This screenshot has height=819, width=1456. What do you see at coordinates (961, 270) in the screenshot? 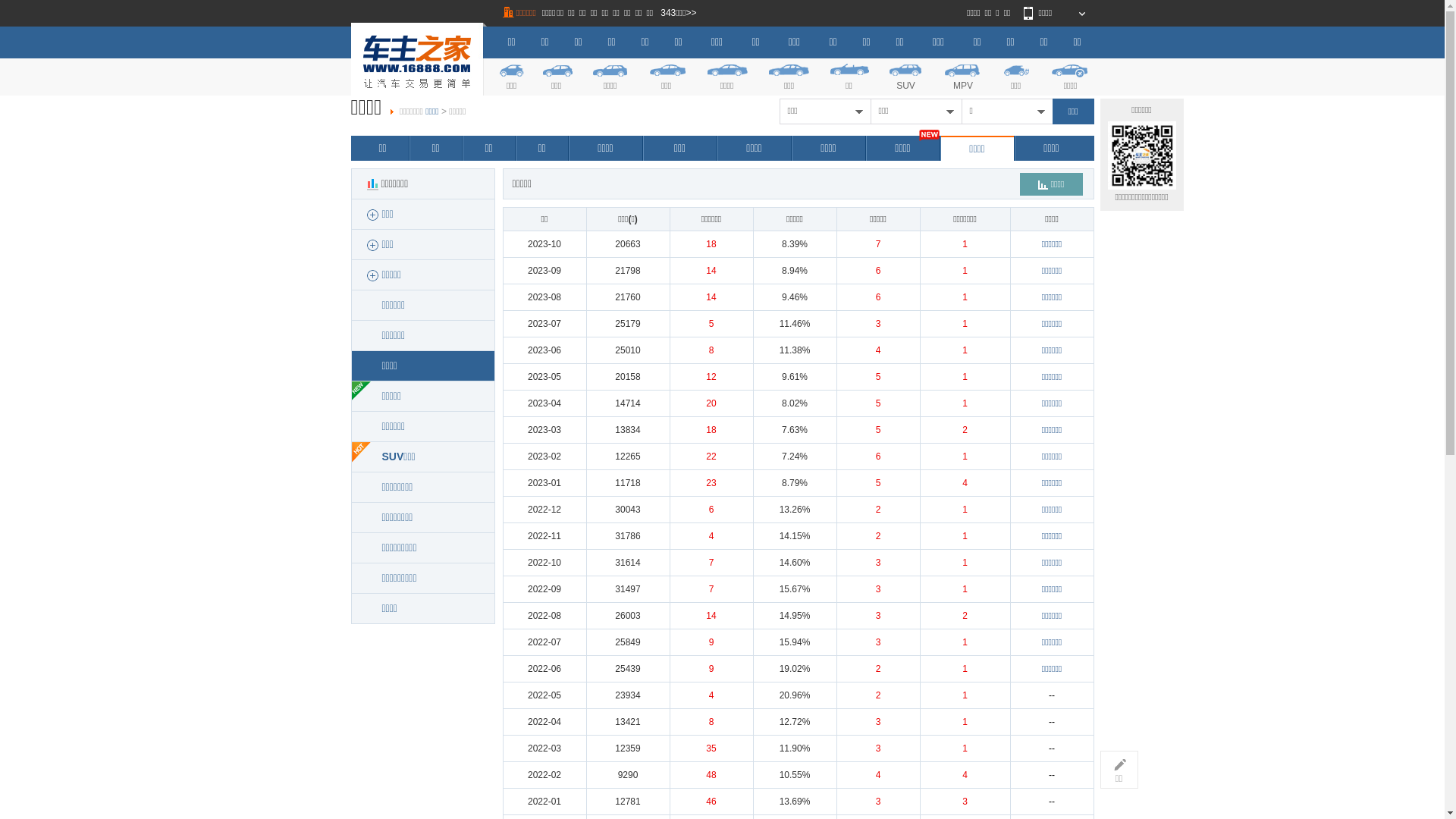
I see `'1'` at bounding box center [961, 270].